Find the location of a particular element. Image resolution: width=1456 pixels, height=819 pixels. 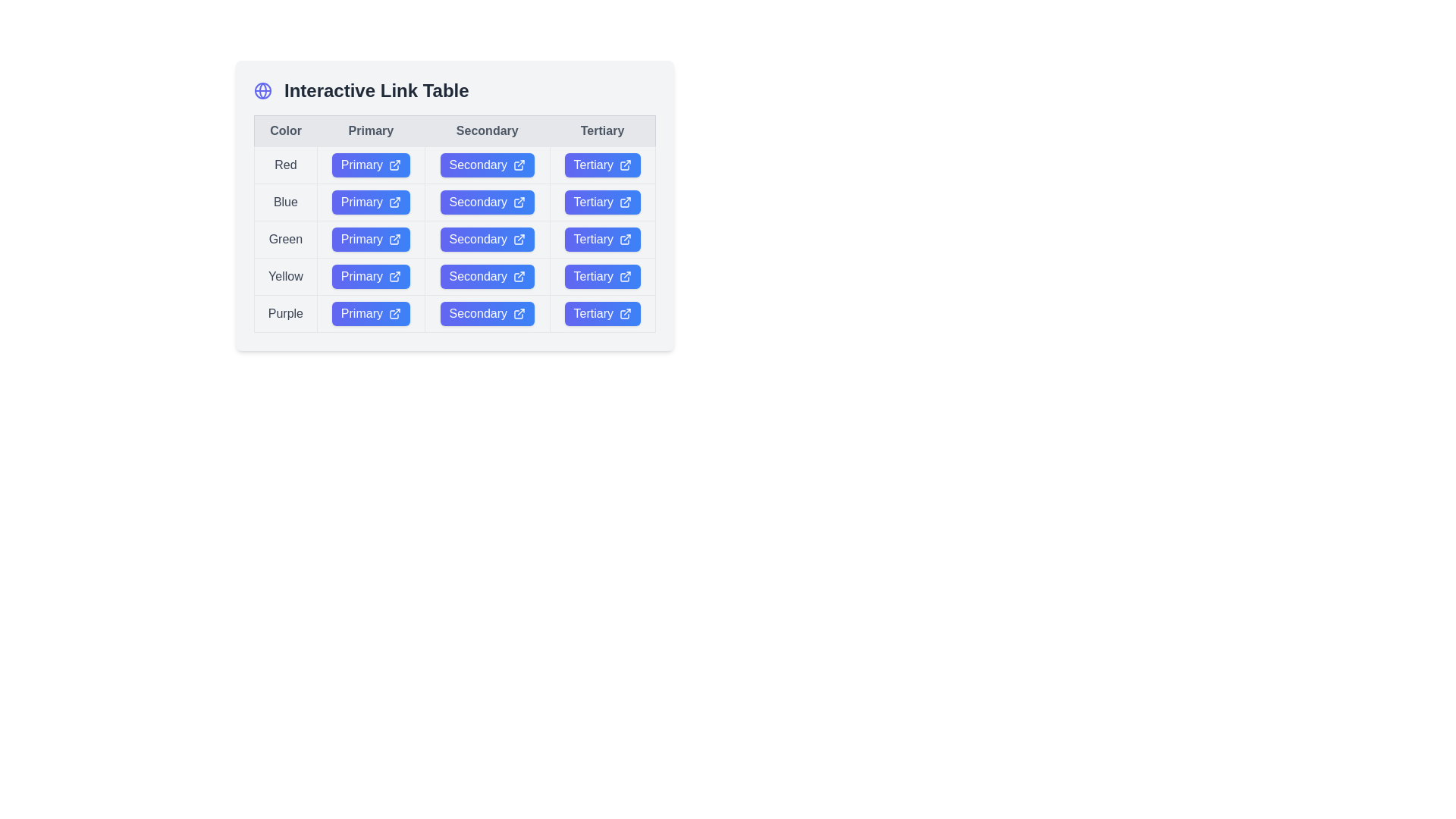

the 'Secondary' button is located at coordinates (487, 201).